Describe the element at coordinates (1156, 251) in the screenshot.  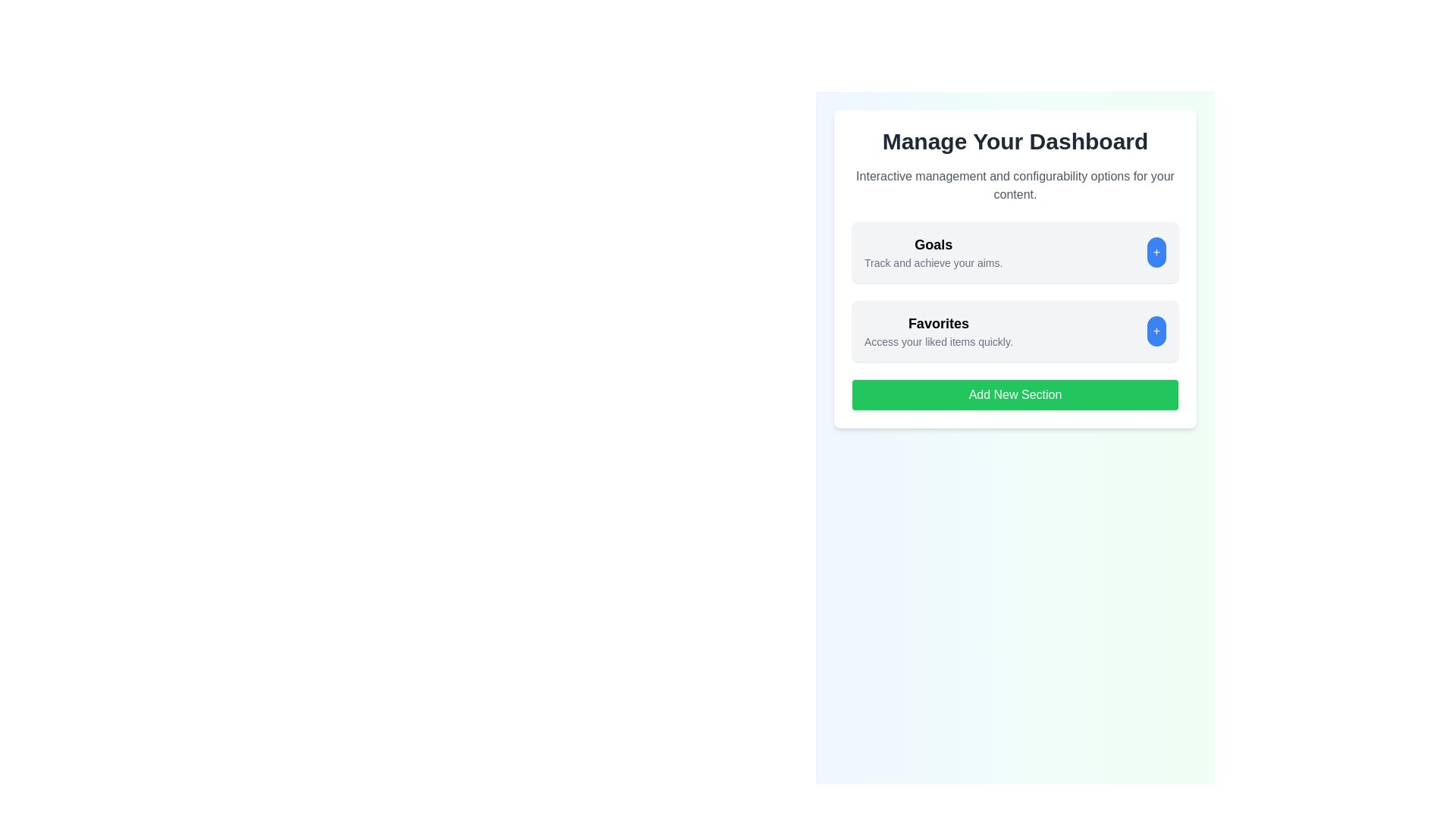
I see `the circular blue button with a white '+' symbol at its center` at that location.